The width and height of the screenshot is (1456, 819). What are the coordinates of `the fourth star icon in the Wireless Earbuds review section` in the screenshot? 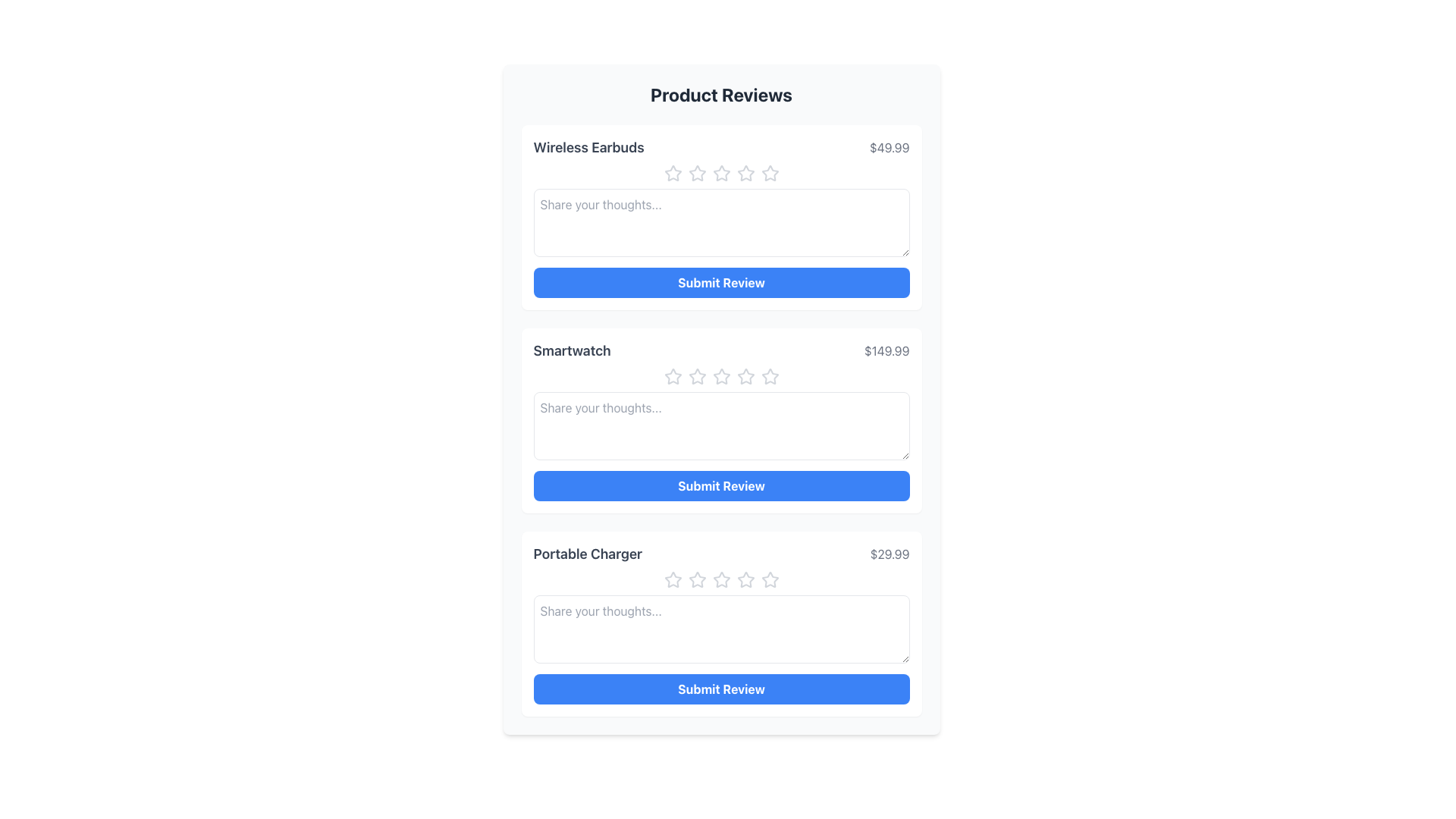 It's located at (770, 172).